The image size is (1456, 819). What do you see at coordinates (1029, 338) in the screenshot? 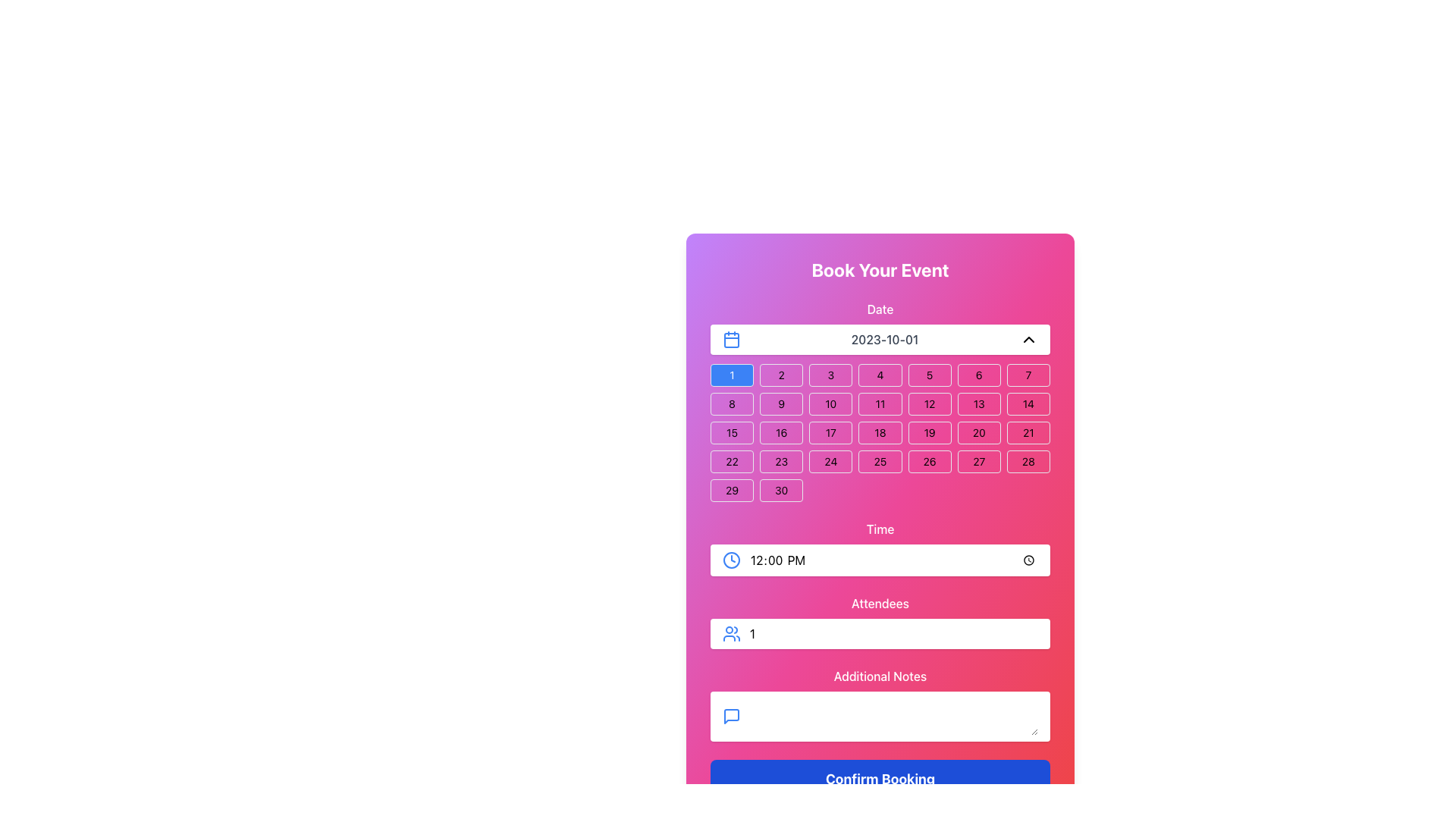
I see `the triangular-shaped button located to the far right of the 'Date' input section, next to the text '2023-10-01'` at bounding box center [1029, 338].